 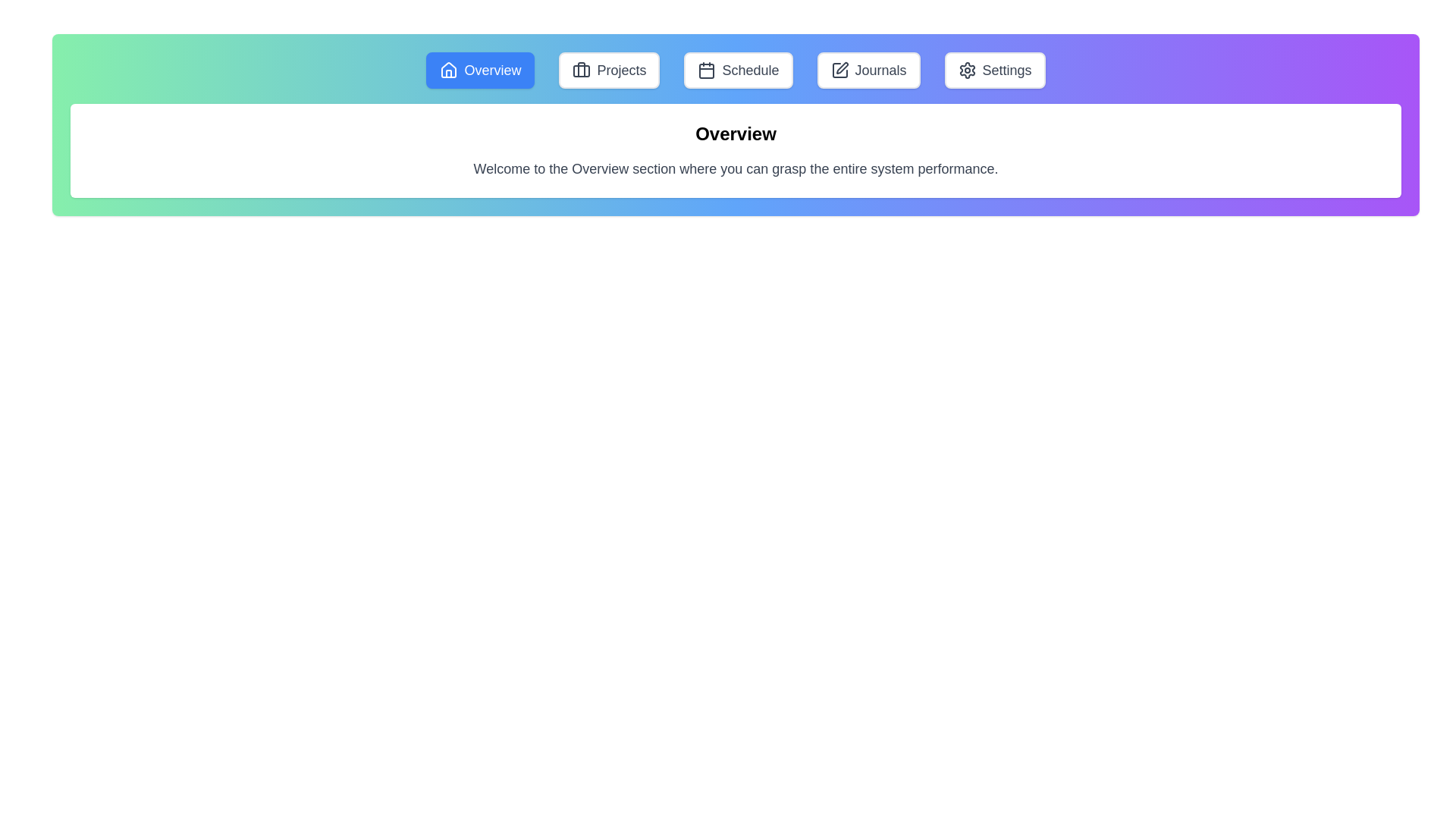 I want to click on the house-shaped icon used for navigation, which is located to the left of the 'Overview' label within a blue button with rounded edges, so click(x=448, y=70).